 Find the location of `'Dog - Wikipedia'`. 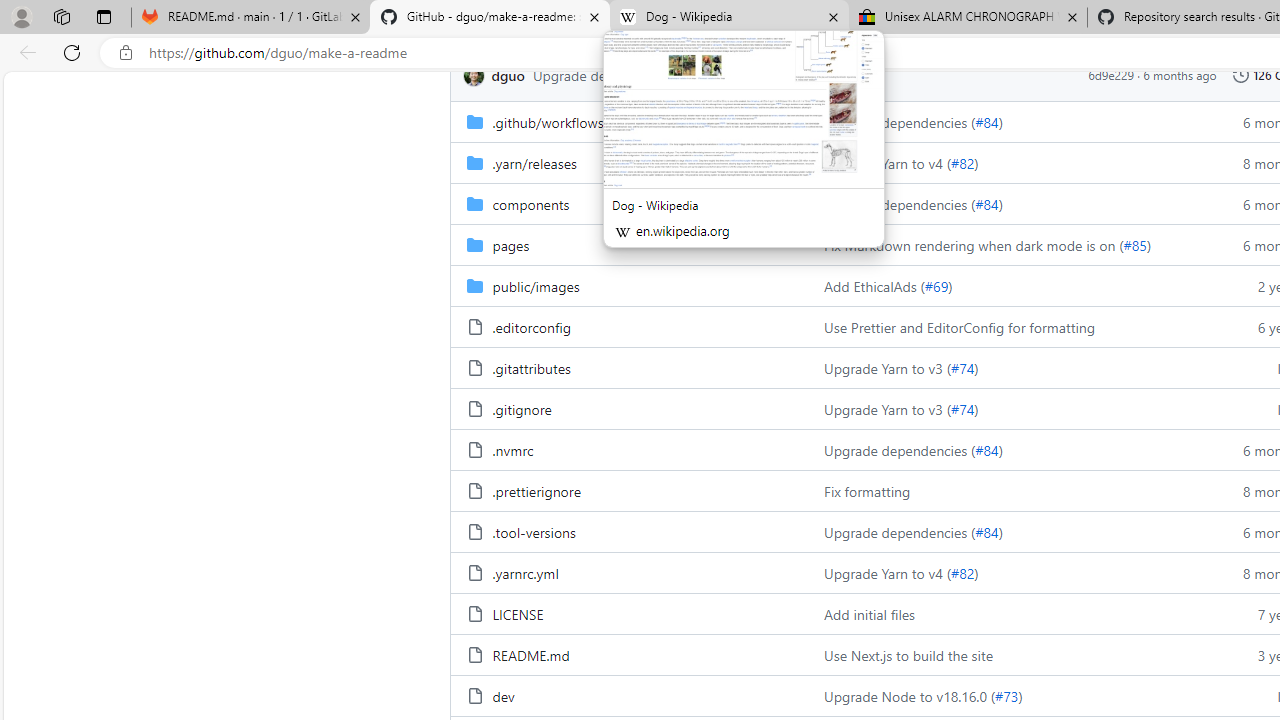

'Dog - Wikipedia' is located at coordinates (728, 17).